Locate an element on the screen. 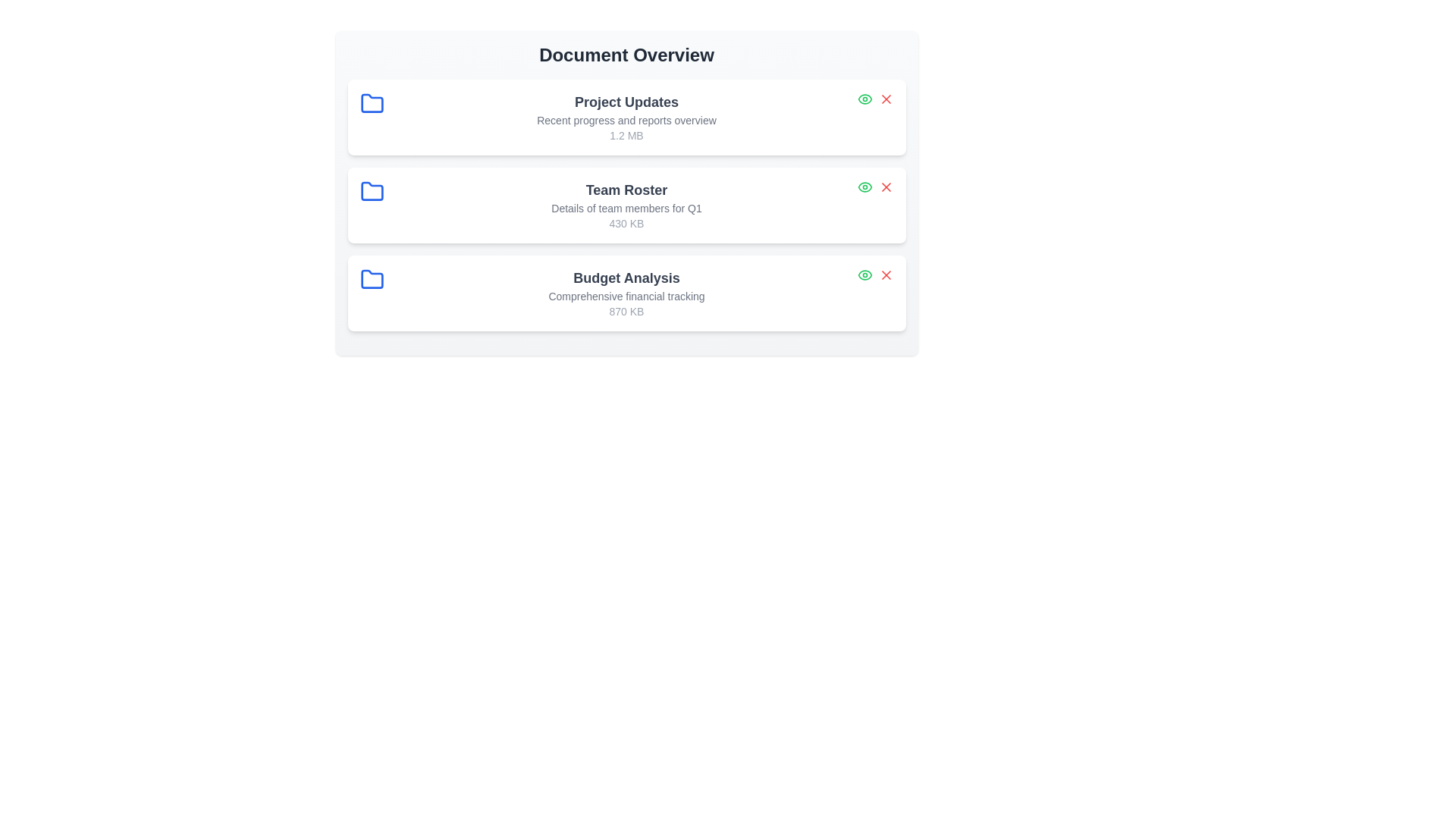 This screenshot has height=819, width=1456. delete button for the document titled 'Project Updates' is located at coordinates (886, 99).